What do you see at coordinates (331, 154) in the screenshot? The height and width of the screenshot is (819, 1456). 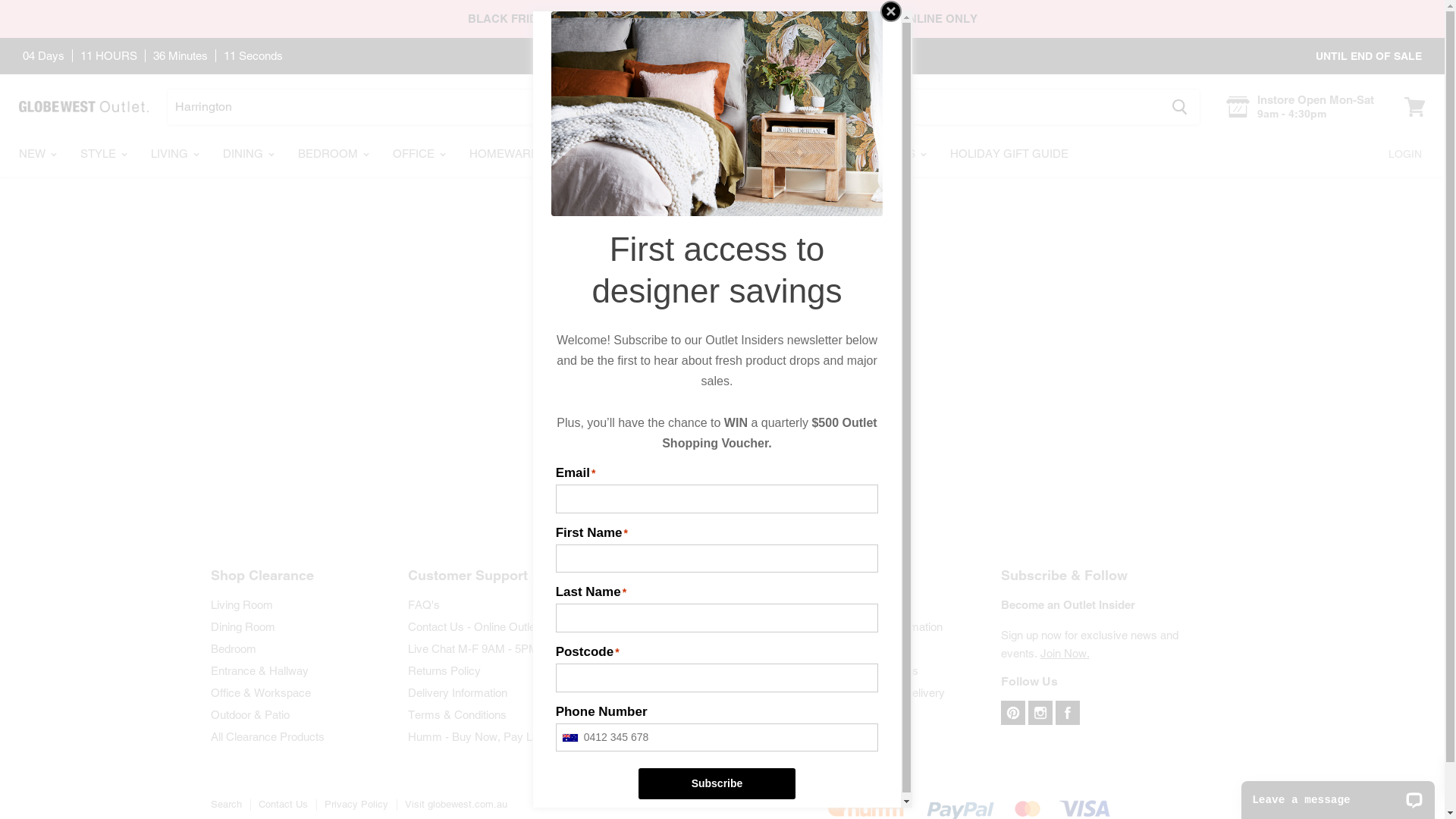 I see `'BEDROOM'` at bounding box center [331, 154].